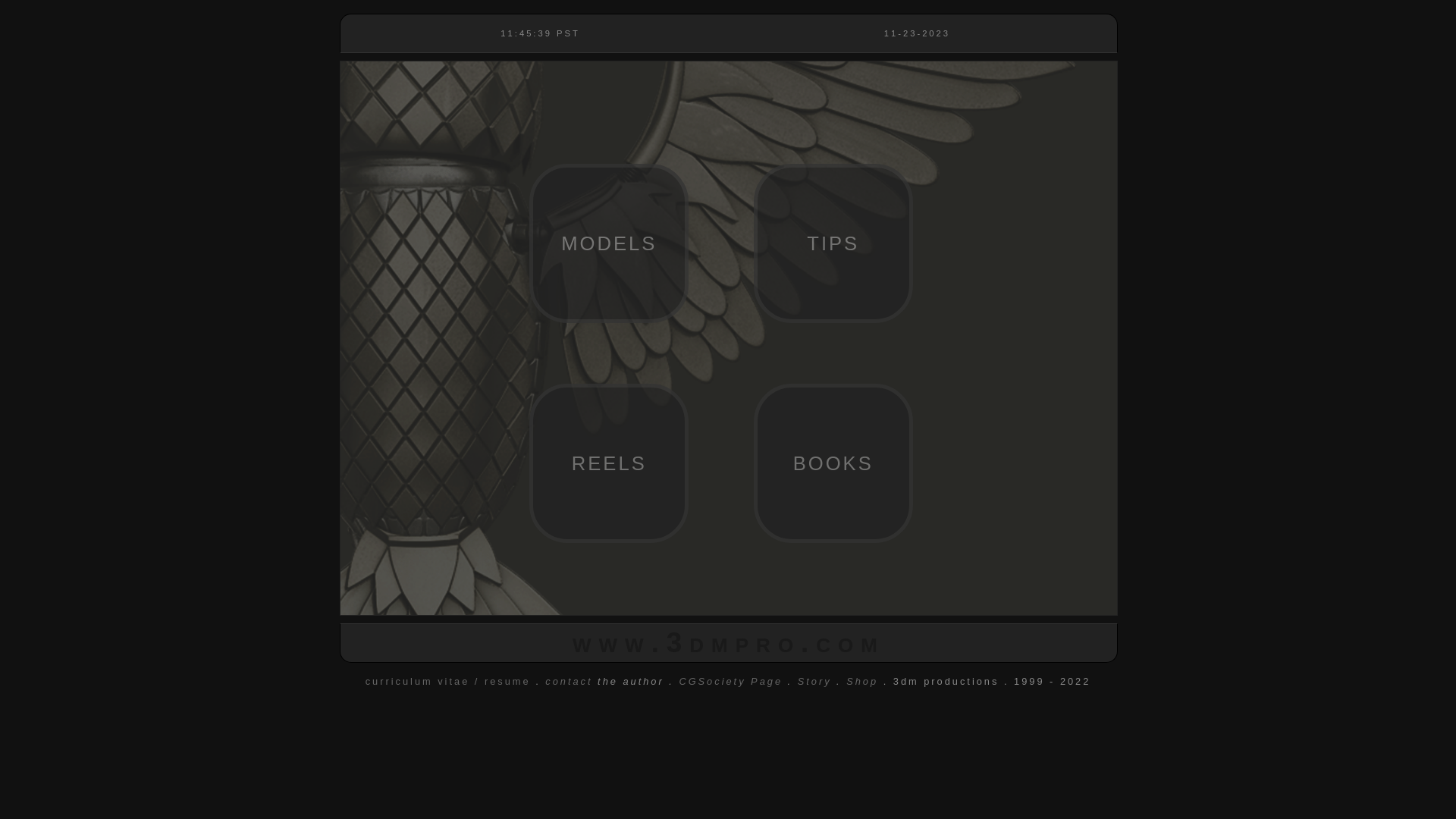 This screenshot has height=819, width=1456. What do you see at coordinates (567, 680) in the screenshot?
I see `'contact'` at bounding box center [567, 680].